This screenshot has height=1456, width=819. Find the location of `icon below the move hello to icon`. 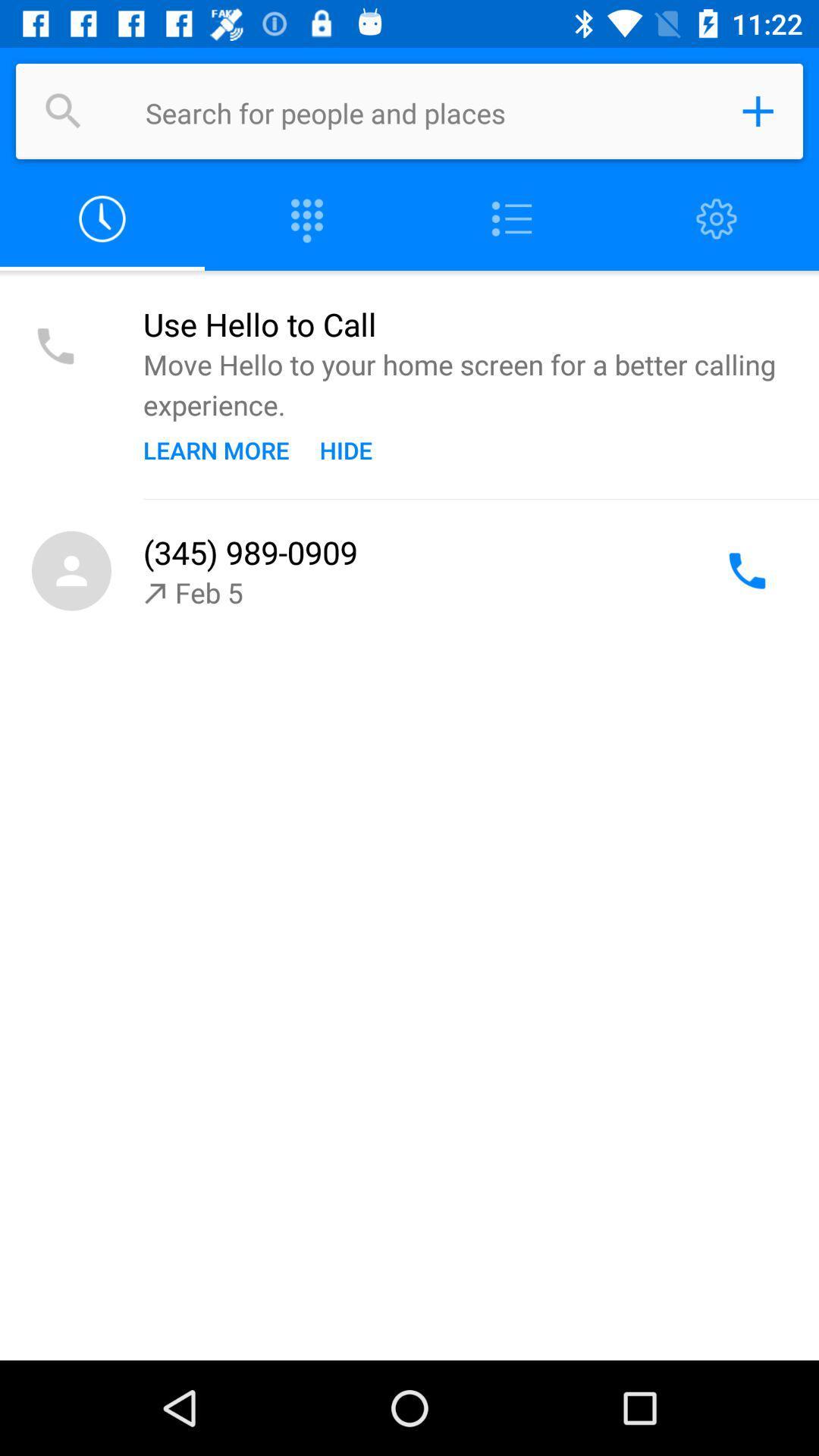

icon below the move hello to icon is located at coordinates (346, 449).